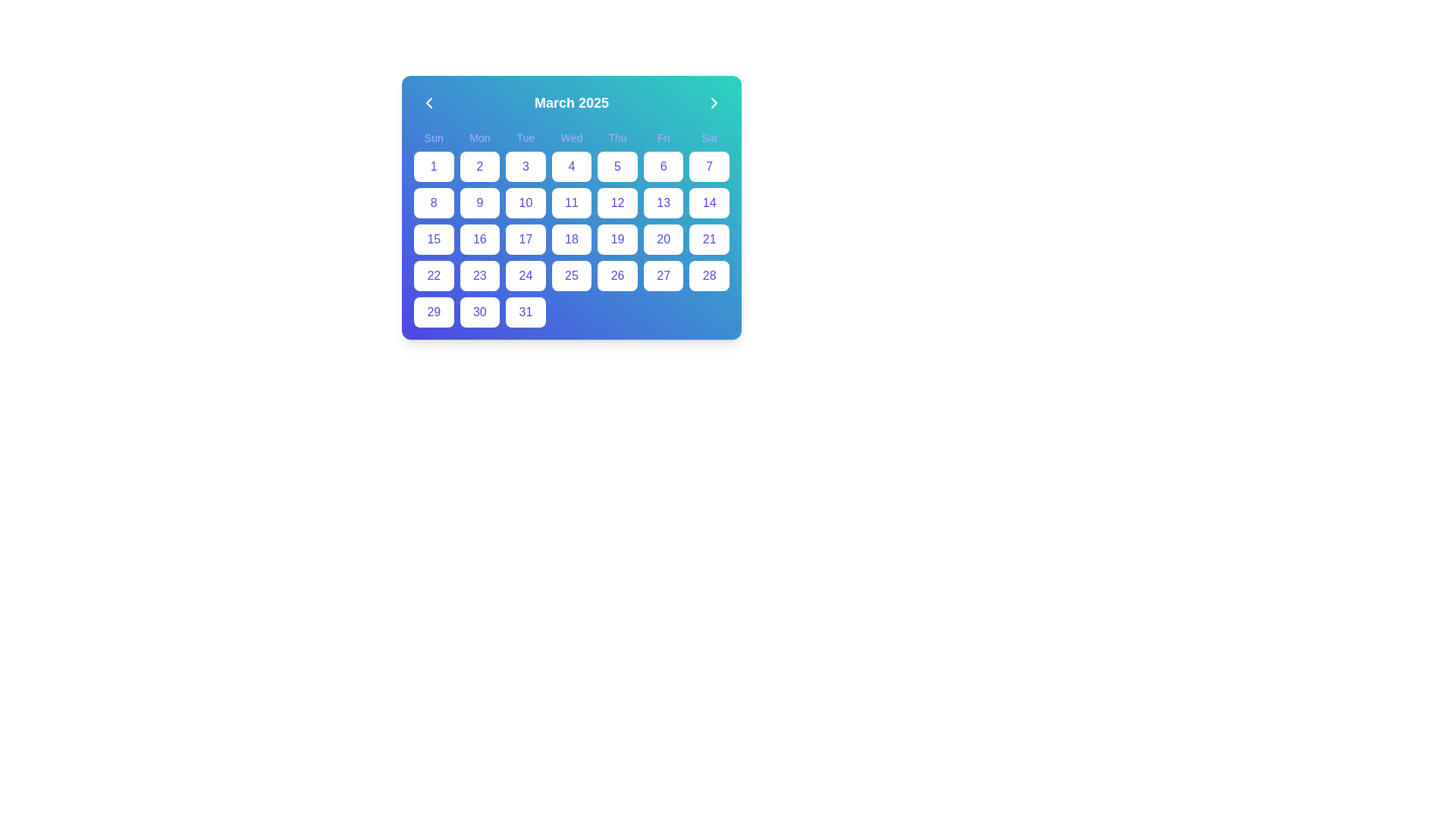 The height and width of the screenshot is (819, 1456). What do you see at coordinates (713, 102) in the screenshot?
I see `the navigation button located at the top-right corner of the calendar interface` at bounding box center [713, 102].